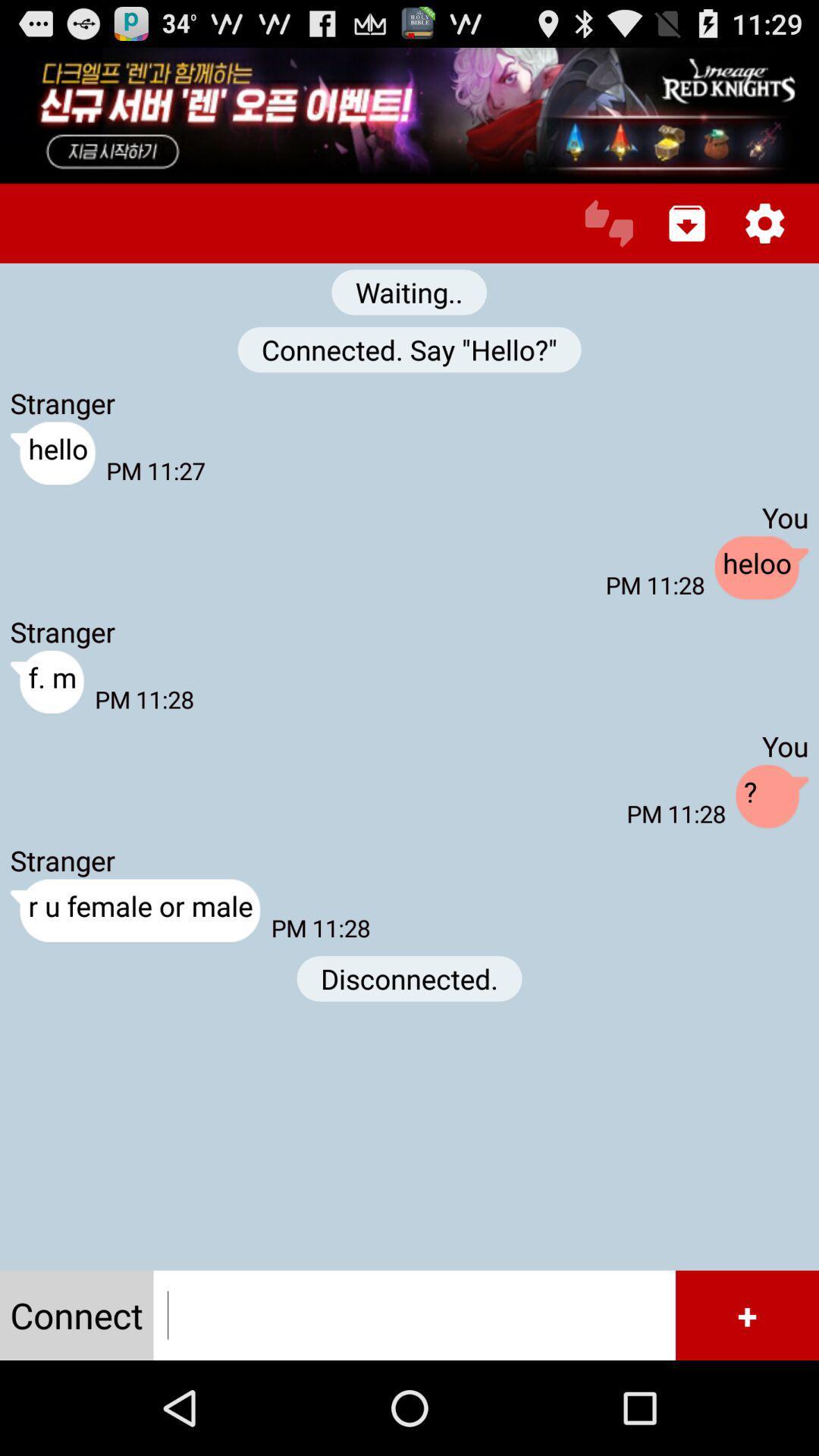 Image resolution: width=819 pixels, height=1456 pixels. I want to click on the button above connect, so click(134, 911).